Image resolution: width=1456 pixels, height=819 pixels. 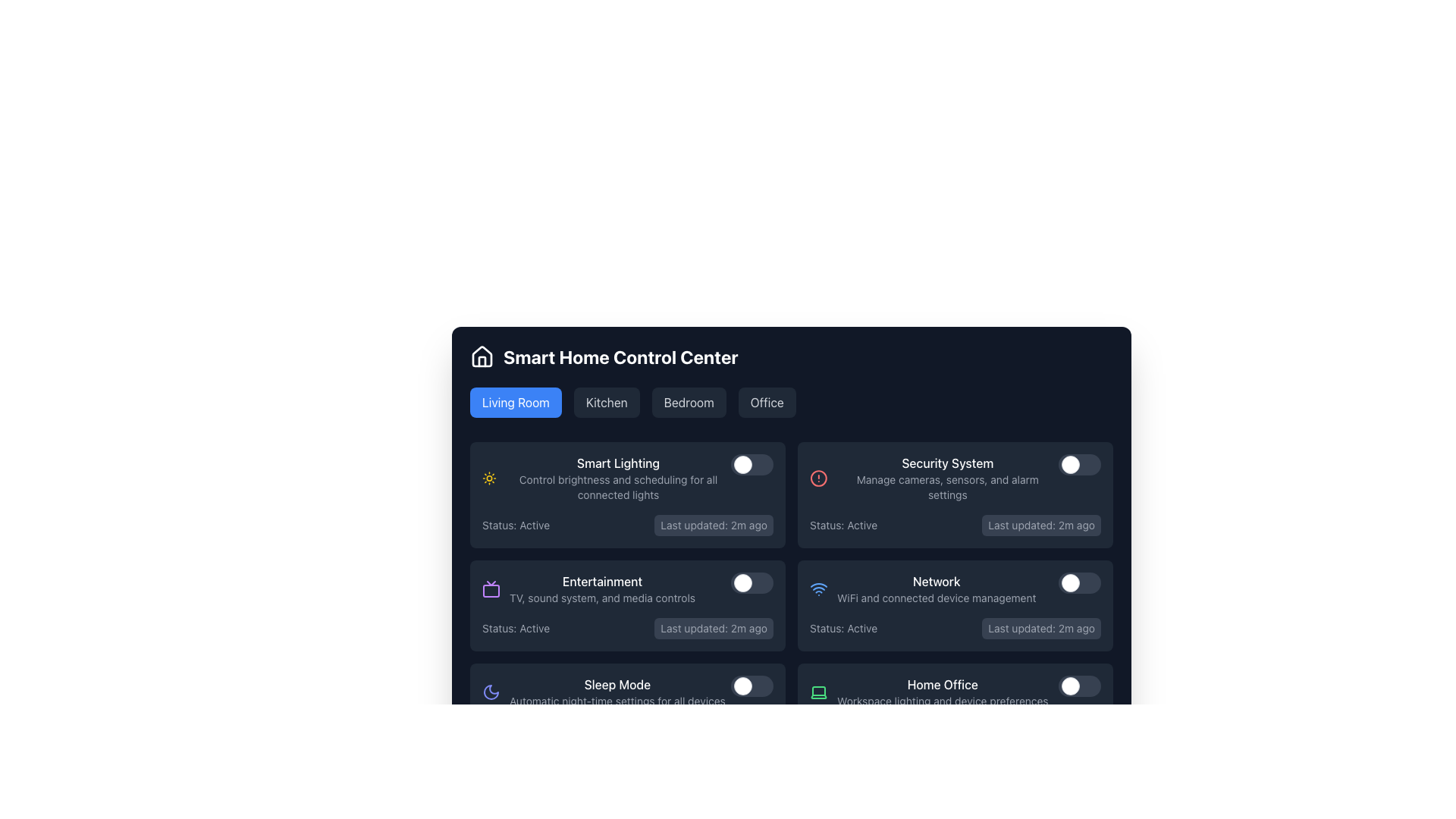 What do you see at coordinates (601, 598) in the screenshot?
I see `the text element displaying 'TV, sound system, and media controls' within the 'Entertainment' section of the Smart Home Control Center interface` at bounding box center [601, 598].